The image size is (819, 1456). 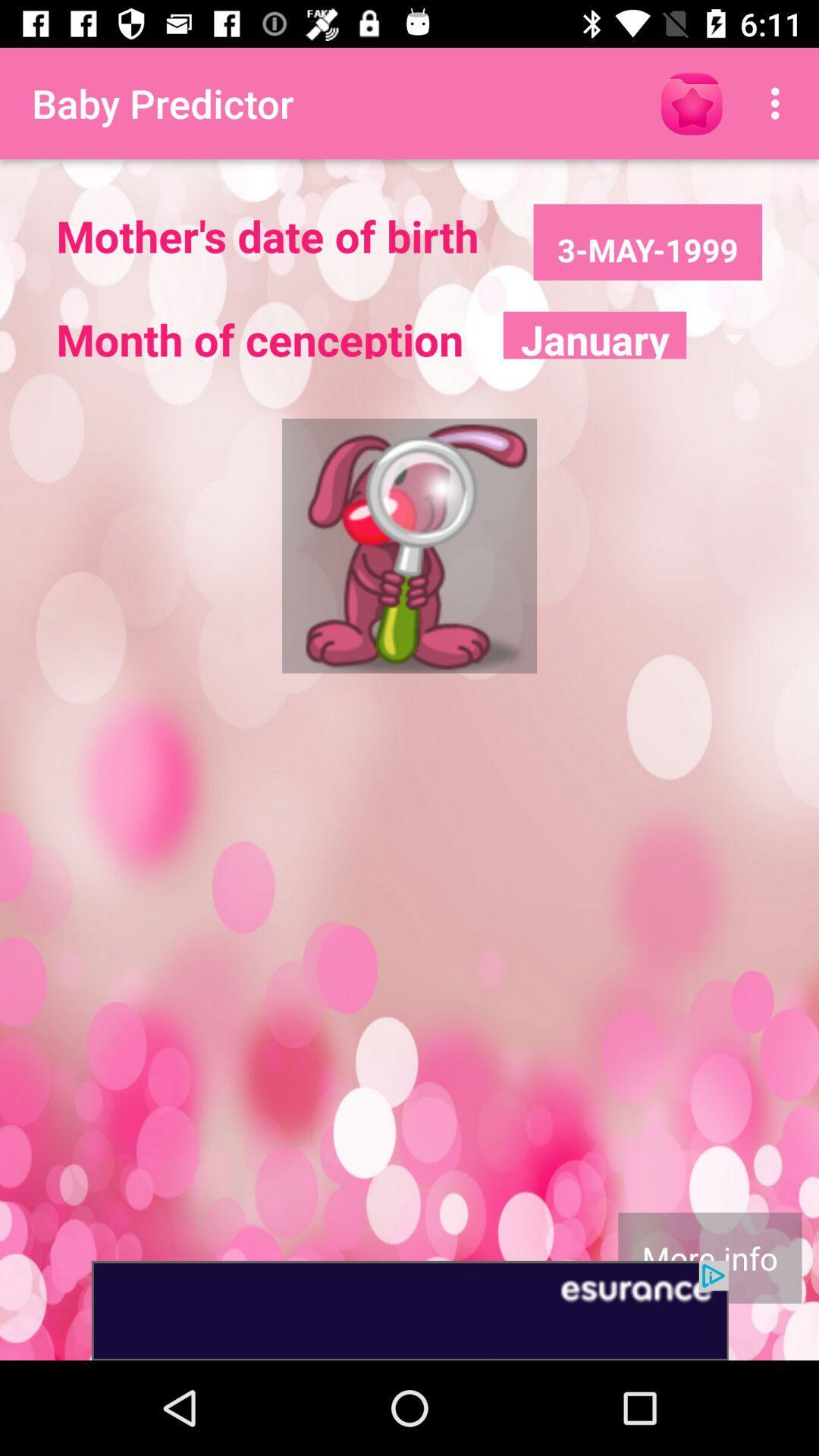 I want to click on advertisement, so click(x=409, y=1310).